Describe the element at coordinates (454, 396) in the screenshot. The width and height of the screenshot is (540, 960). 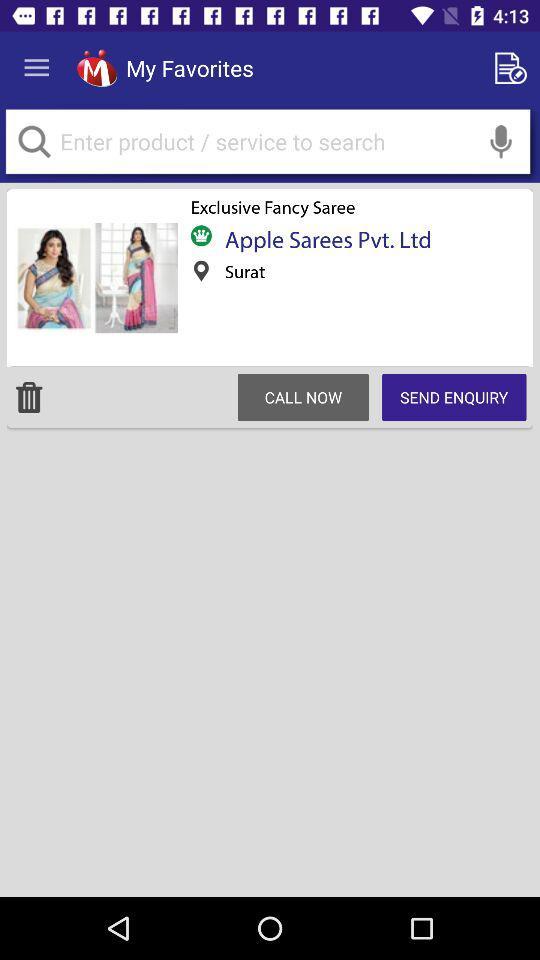
I see `the send enquiry on the right` at that location.